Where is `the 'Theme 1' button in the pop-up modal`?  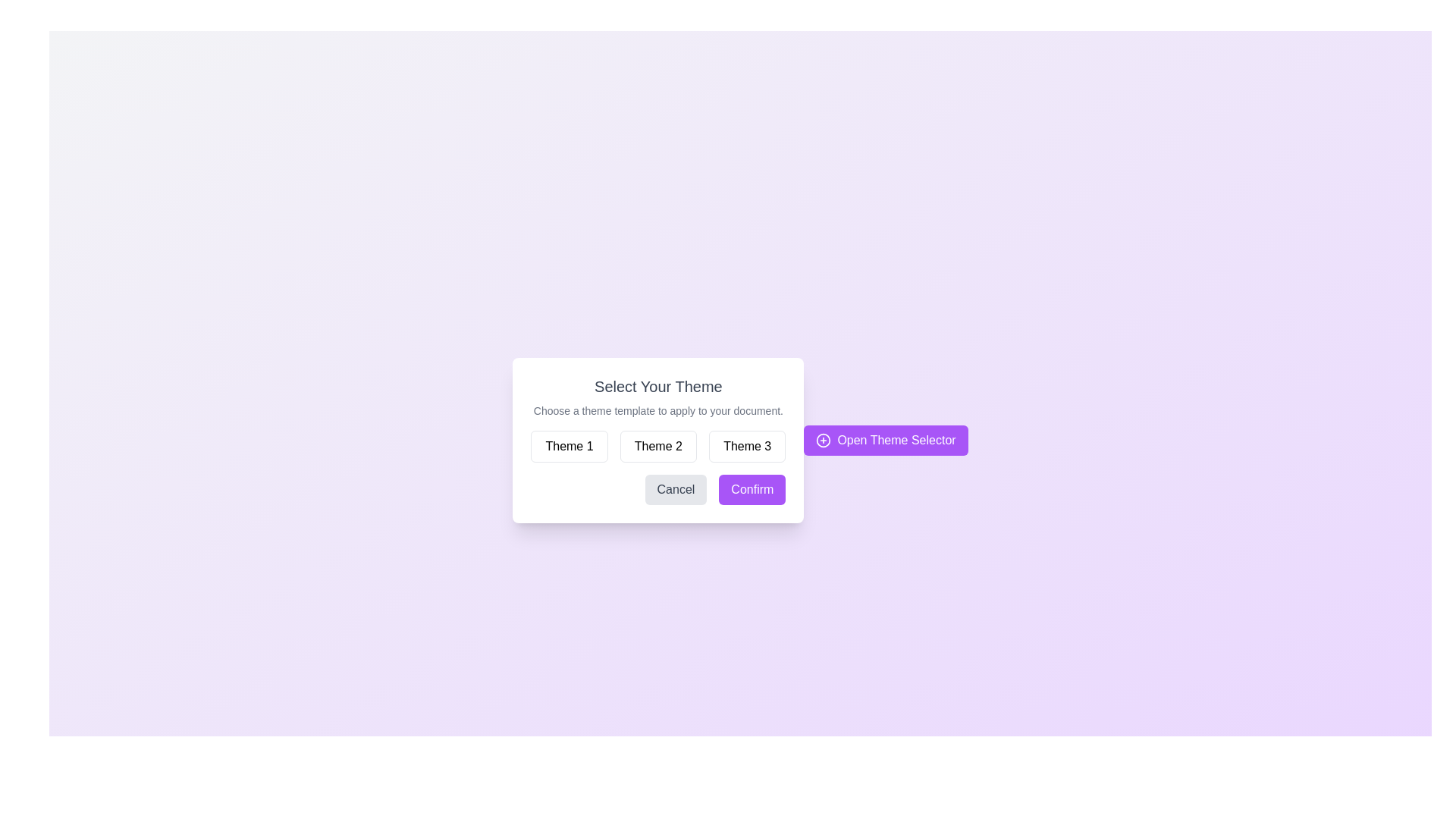 the 'Theme 1' button in the pop-up modal is located at coordinates (569, 446).